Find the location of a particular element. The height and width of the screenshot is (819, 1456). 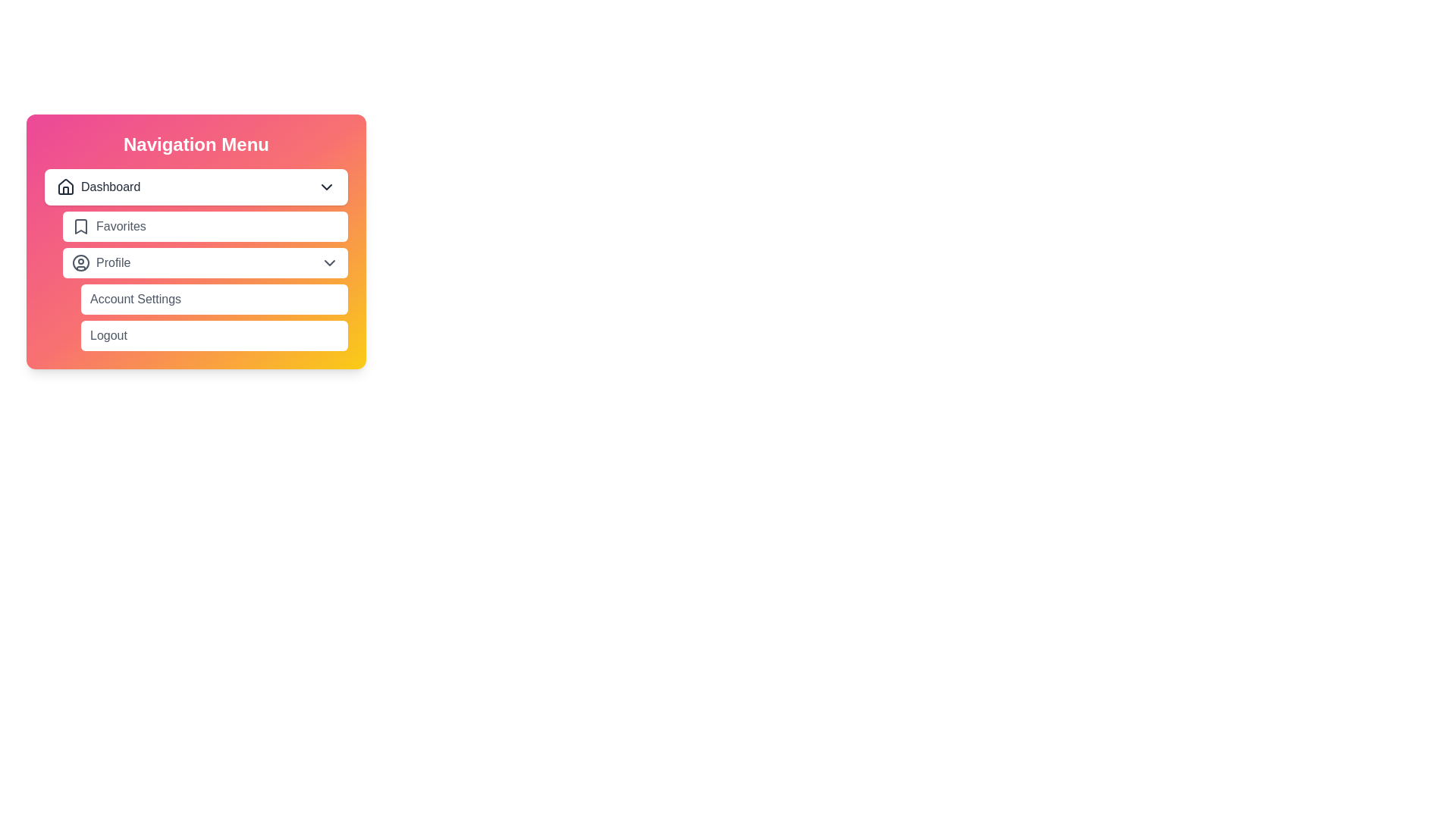

the chevron icon on the right side of the 'Dashboard' section is located at coordinates (326, 186).